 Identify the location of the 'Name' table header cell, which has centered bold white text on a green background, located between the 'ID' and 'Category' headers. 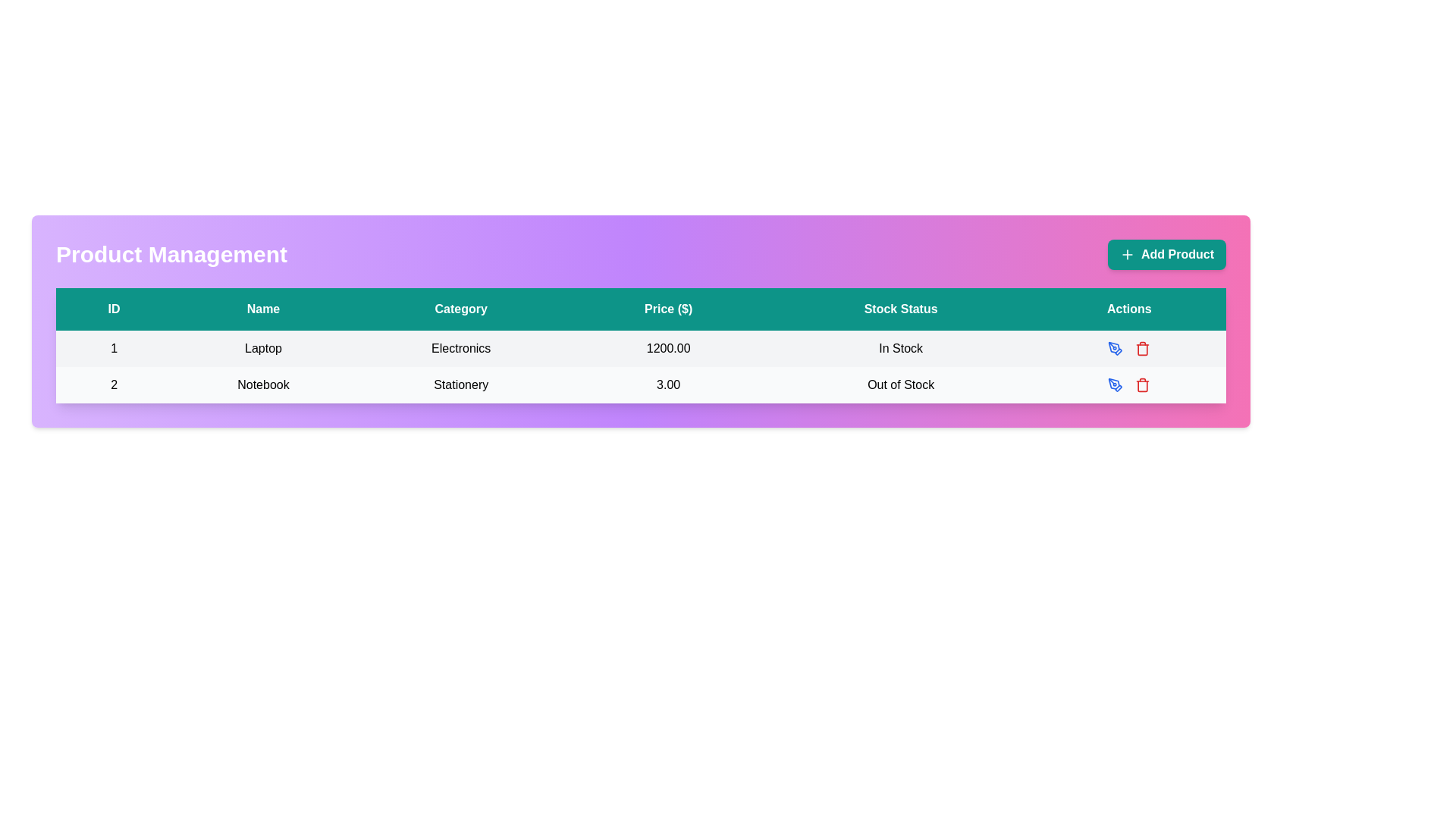
(263, 309).